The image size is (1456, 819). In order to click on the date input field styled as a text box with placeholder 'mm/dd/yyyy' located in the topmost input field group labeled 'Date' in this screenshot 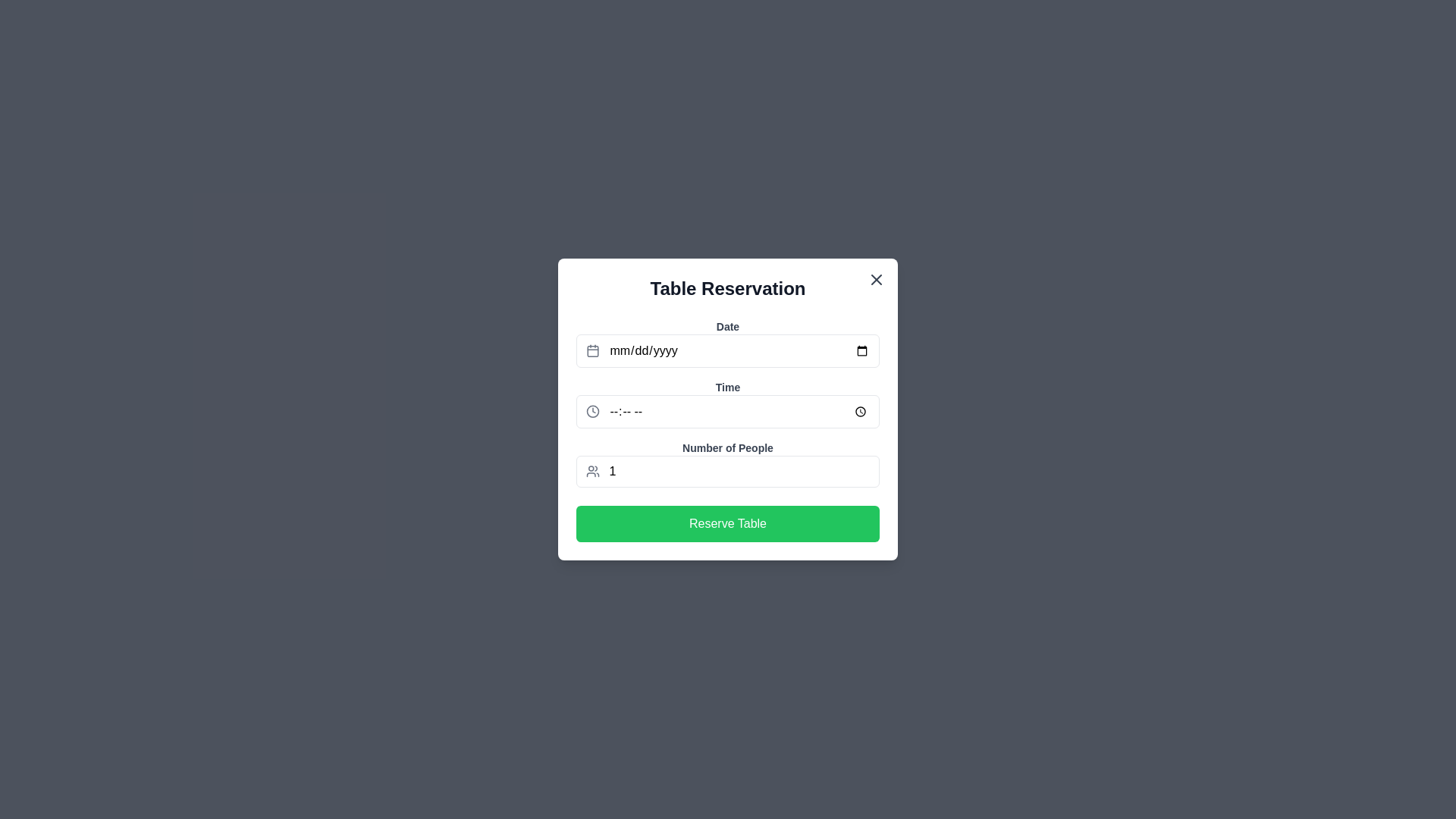, I will do `click(739, 350)`.